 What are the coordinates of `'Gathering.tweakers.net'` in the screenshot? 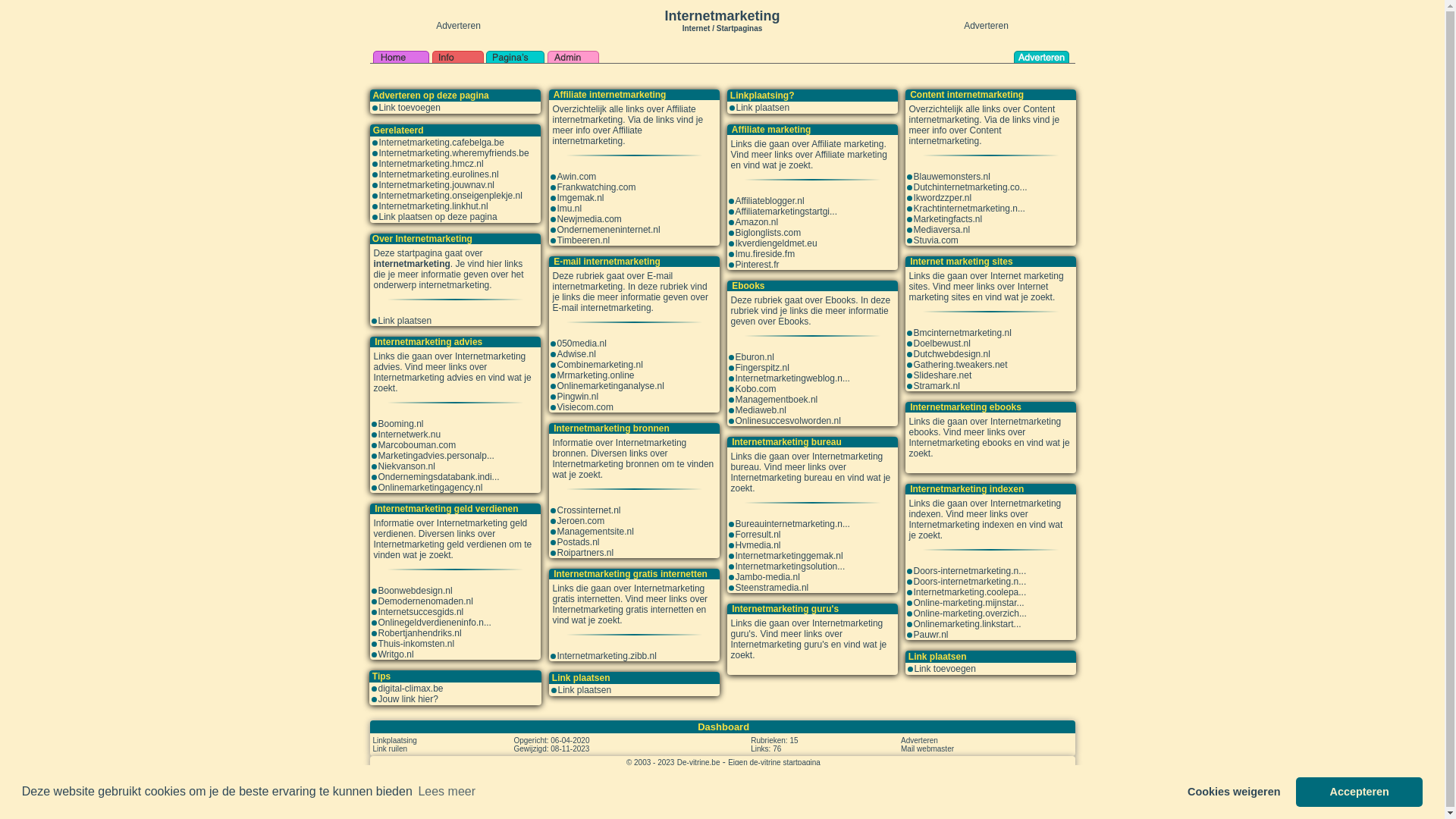 It's located at (959, 365).